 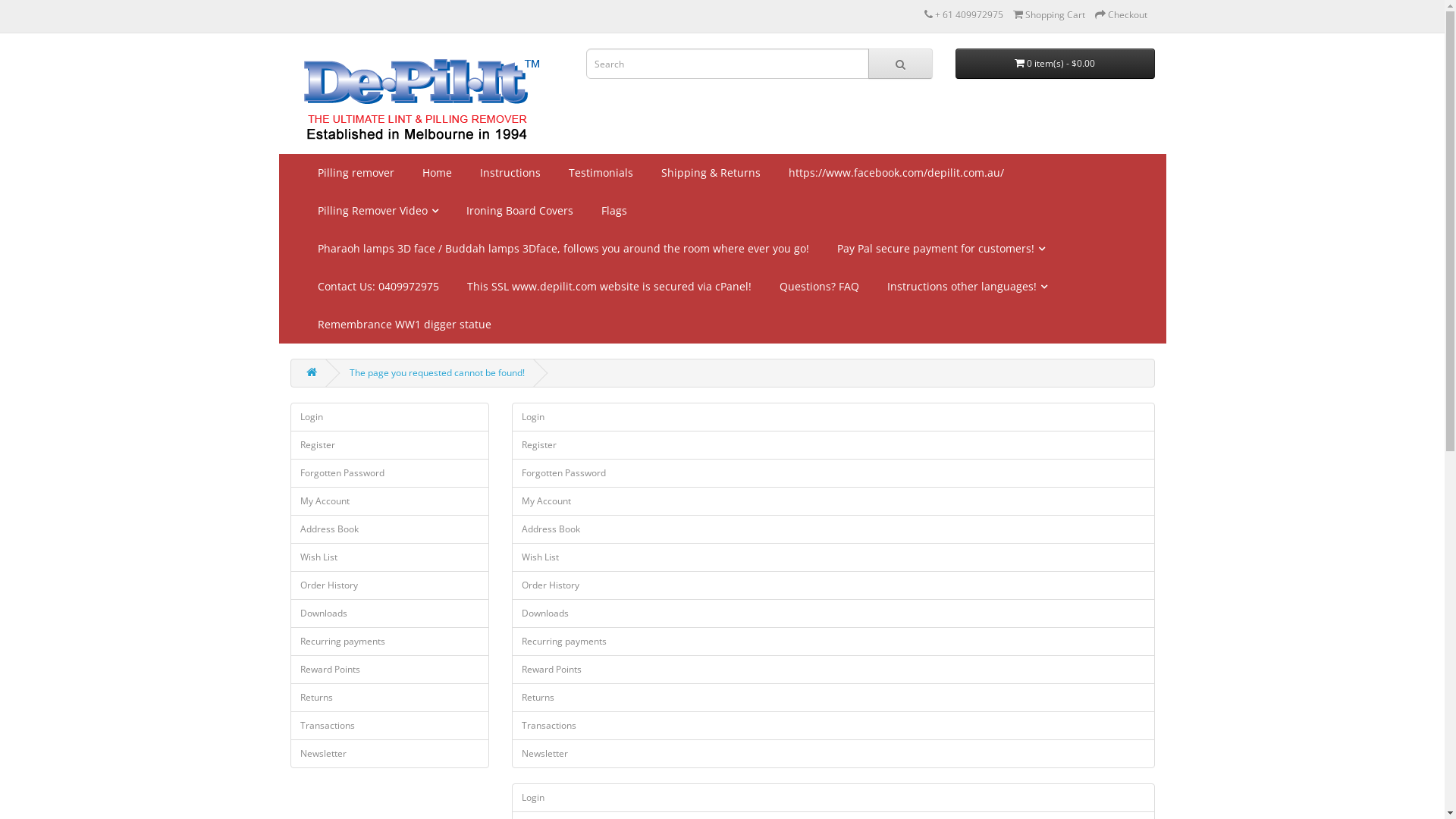 I want to click on 'Wish List', so click(x=389, y=557).